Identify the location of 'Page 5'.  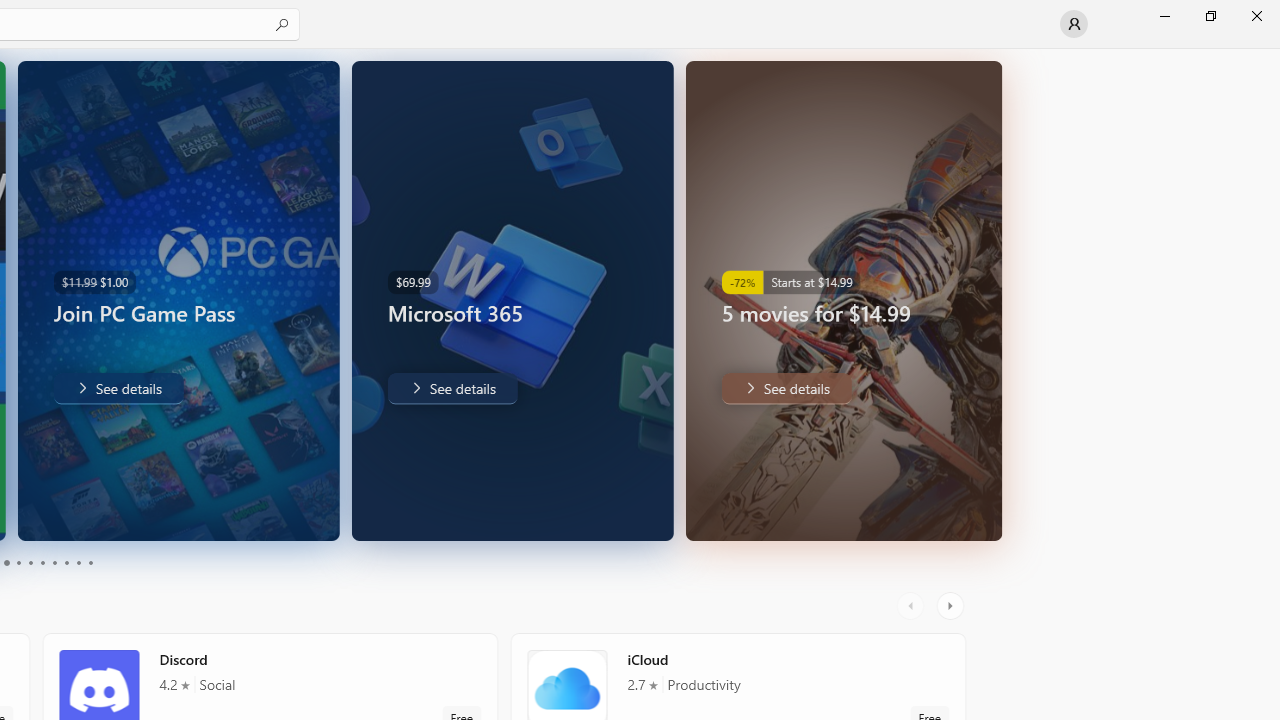
(30, 563).